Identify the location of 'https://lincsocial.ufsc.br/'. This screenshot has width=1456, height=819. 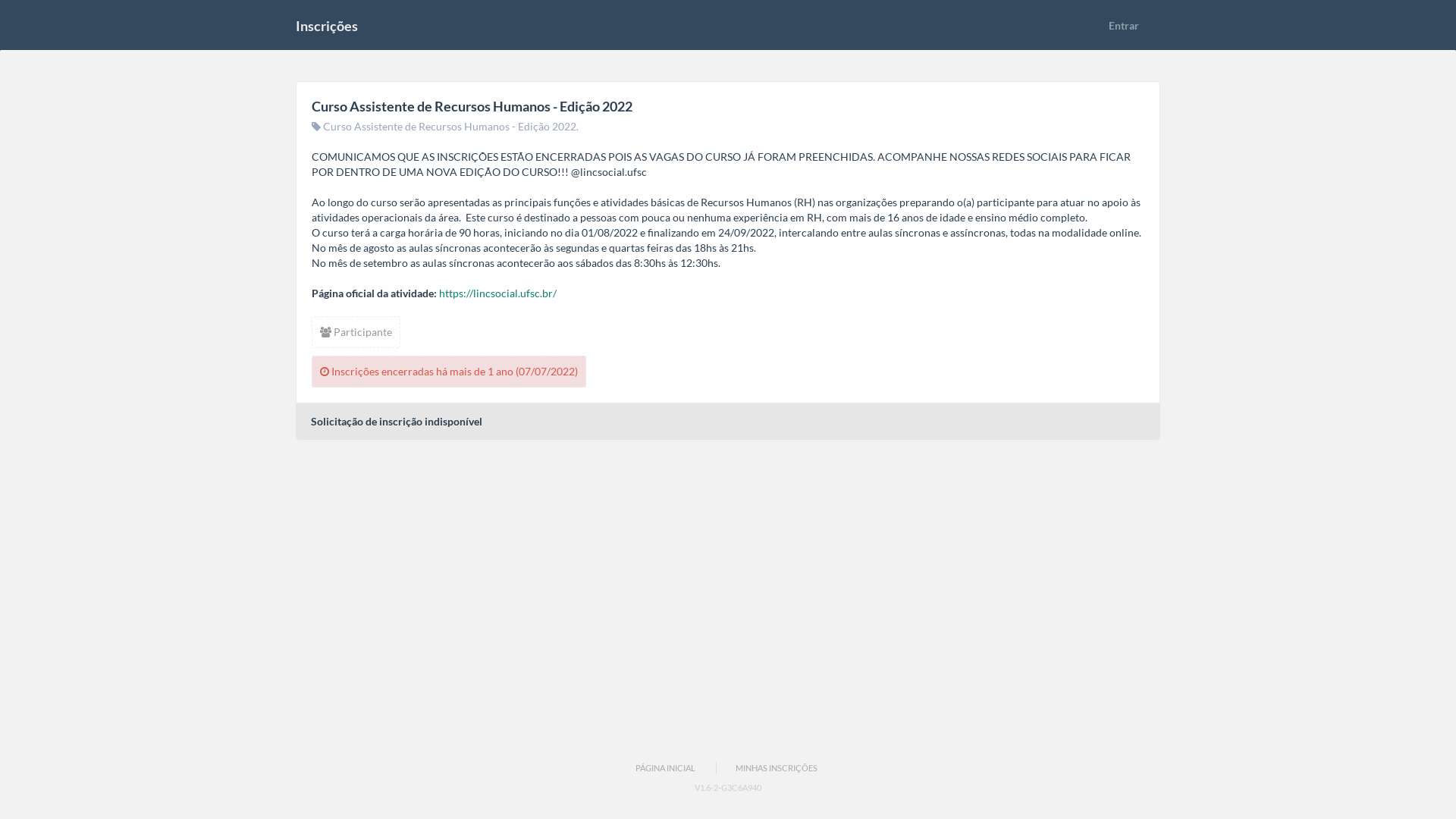
(497, 293).